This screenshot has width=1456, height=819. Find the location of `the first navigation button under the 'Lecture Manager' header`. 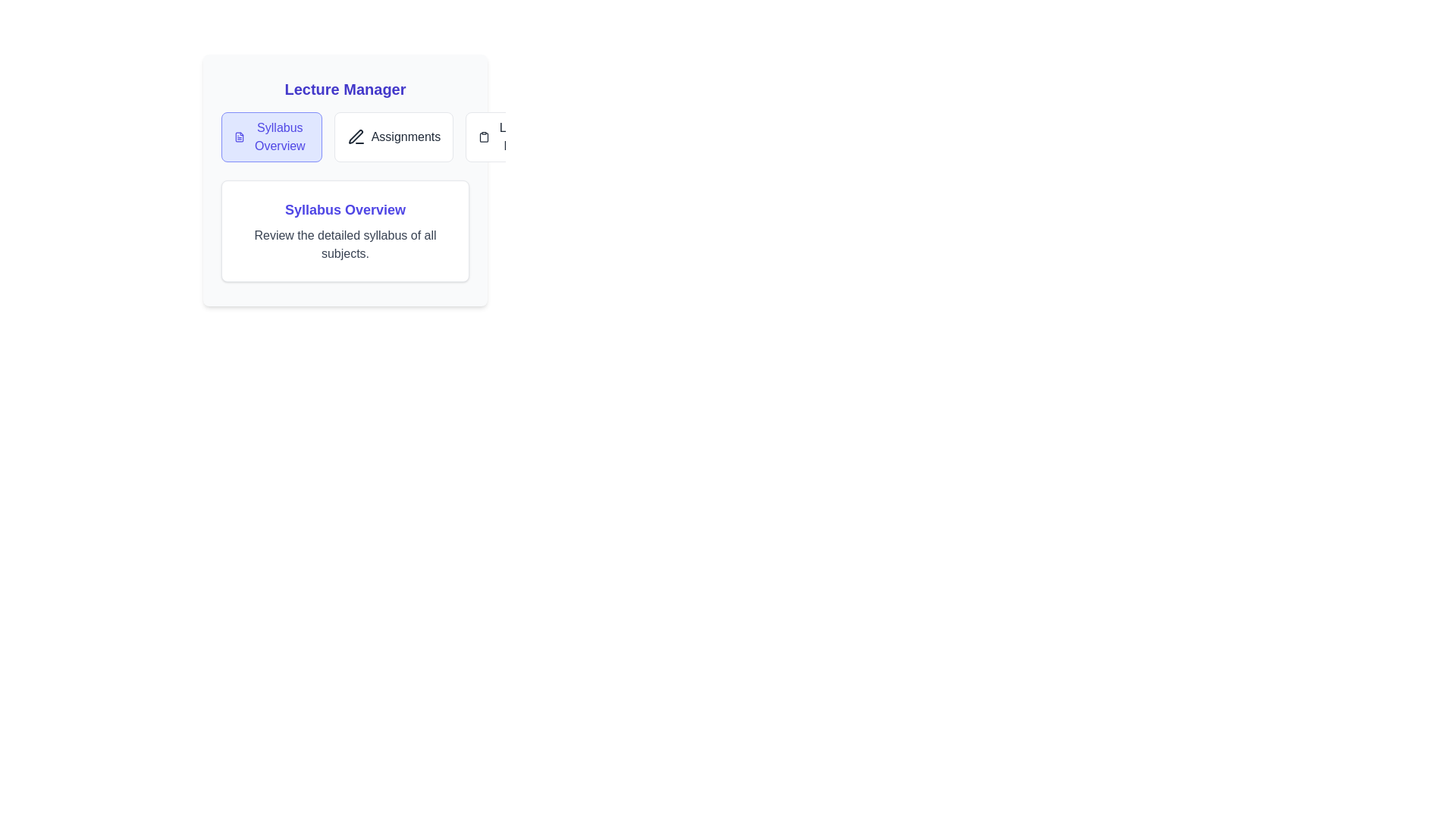

the first navigation button under the 'Lecture Manager' header is located at coordinates (271, 137).